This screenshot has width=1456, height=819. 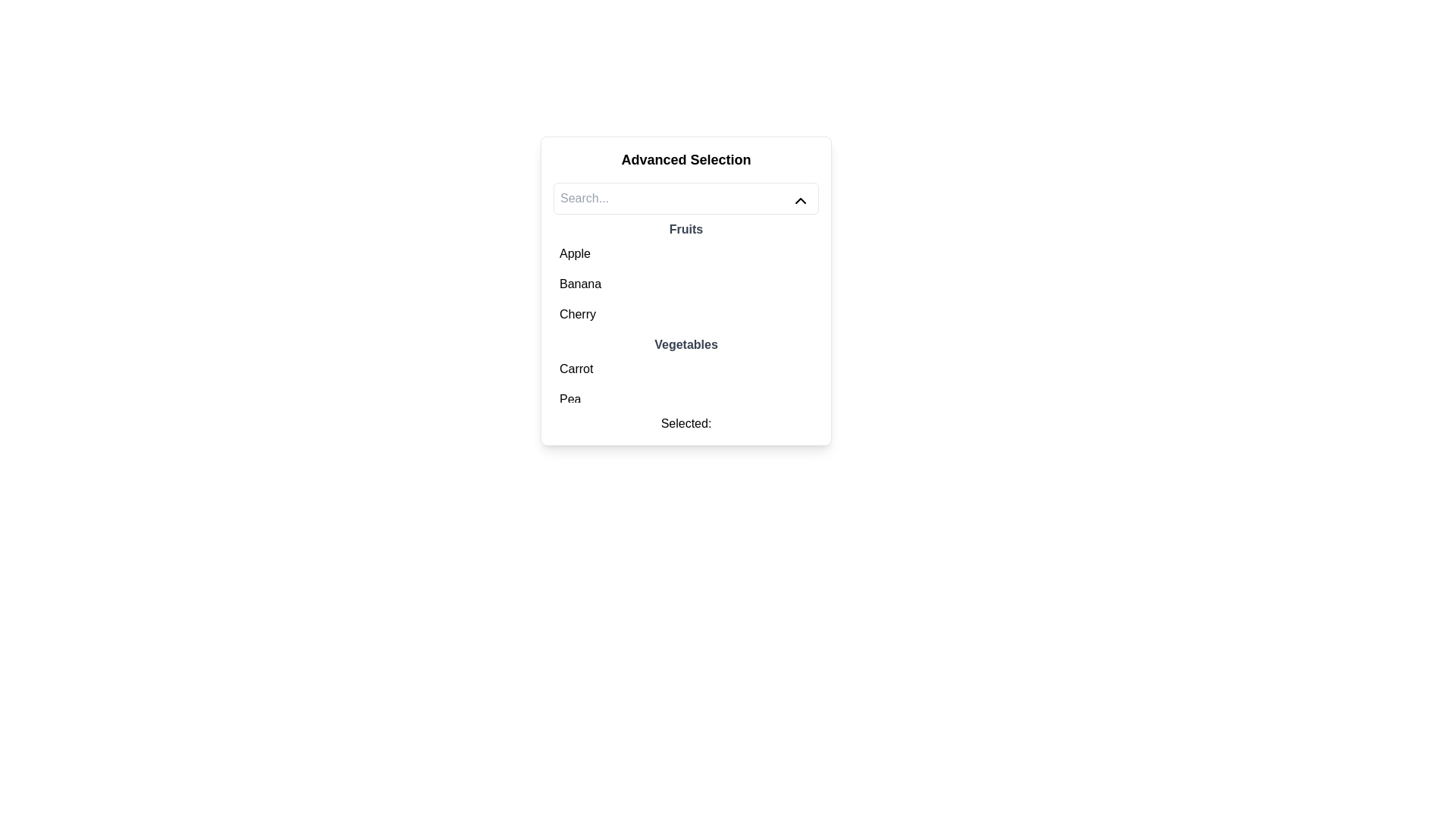 What do you see at coordinates (570, 399) in the screenshot?
I see `the text label 'Pea' within the interactive menu under the 'Vegetables' category` at bounding box center [570, 399].